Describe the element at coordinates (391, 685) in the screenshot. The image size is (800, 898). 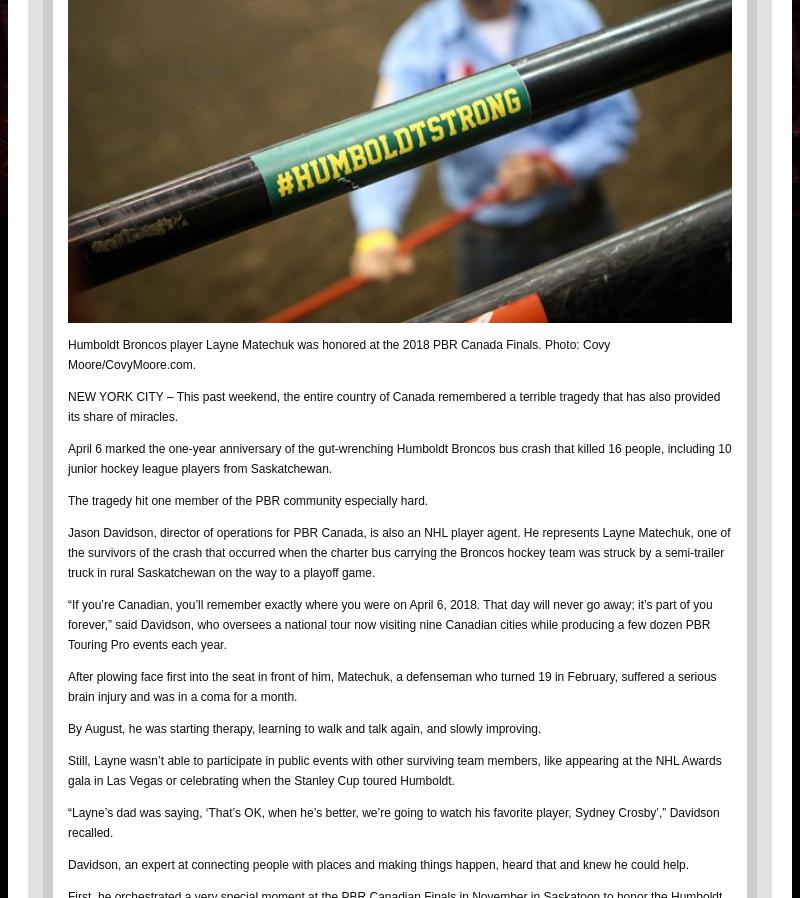
I see `'After plowing face first into the seat in front of him, Matechuk, a defenseman who turned 19 in February, suffered a serious brain injury and was in a coma for a month.'` at that location.